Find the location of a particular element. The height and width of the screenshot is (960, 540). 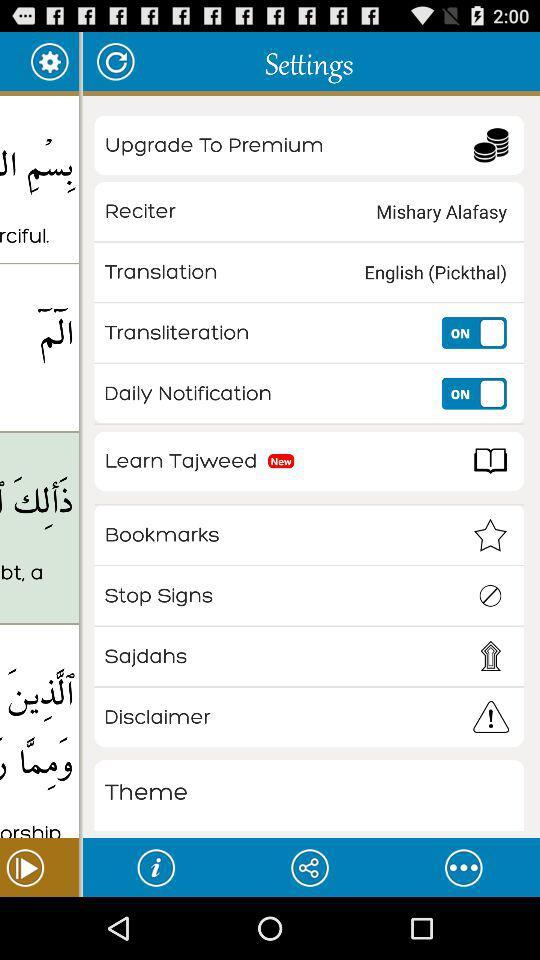

the settings icon is located at coordinates (49, 65).